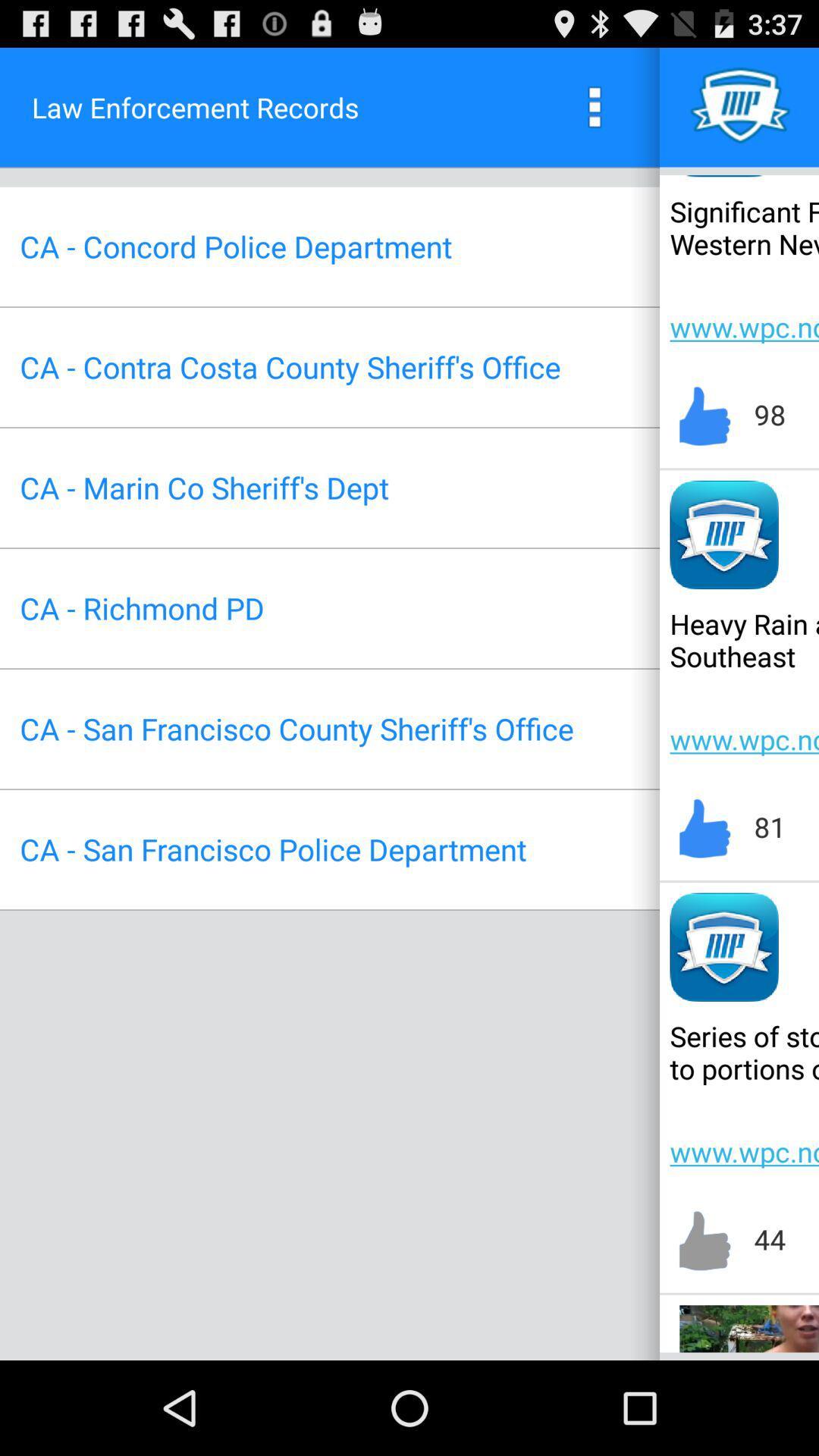 The height and width of the screenshot is (1456, 819). Describe the element at coordinates (290, 367) in the screenshot. I see `the app to the left of www wpc ncep icon` at that location.